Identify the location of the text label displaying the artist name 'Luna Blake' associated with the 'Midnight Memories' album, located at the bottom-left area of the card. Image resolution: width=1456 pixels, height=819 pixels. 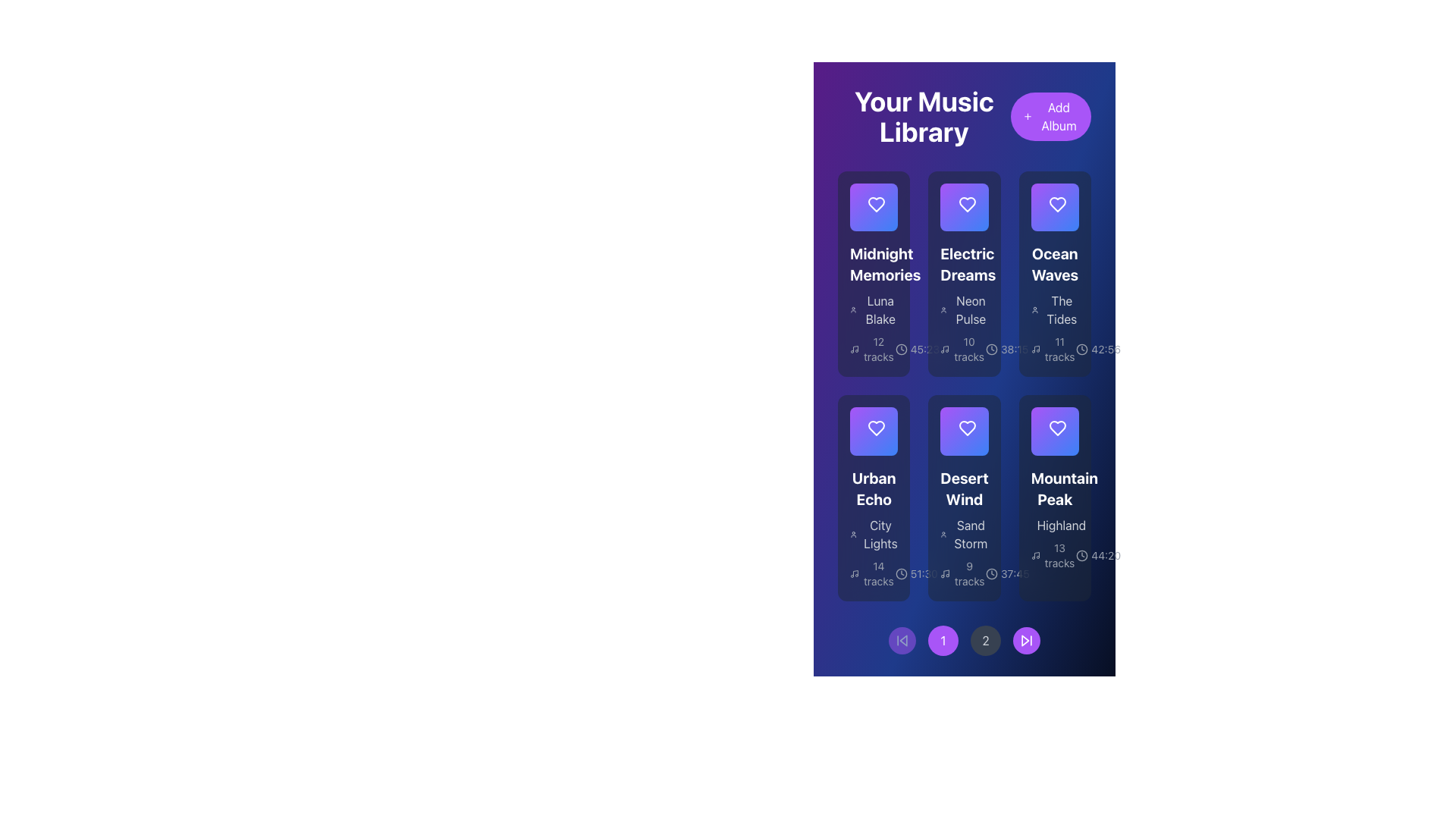
(880, 309).